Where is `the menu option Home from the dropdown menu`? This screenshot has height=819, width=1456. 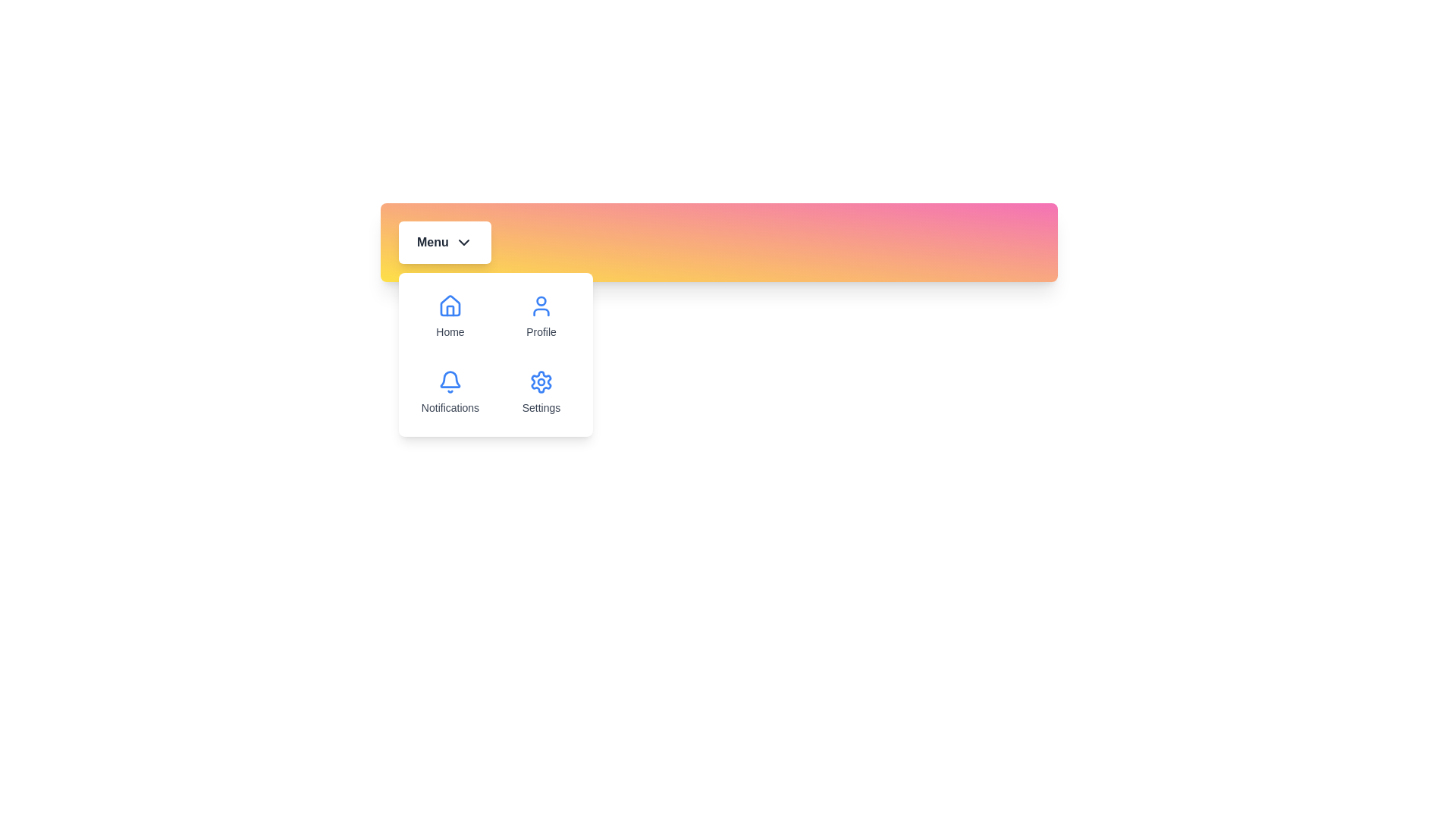
the menu option Home from the dropdown menu is located at coordinates (450, 315).